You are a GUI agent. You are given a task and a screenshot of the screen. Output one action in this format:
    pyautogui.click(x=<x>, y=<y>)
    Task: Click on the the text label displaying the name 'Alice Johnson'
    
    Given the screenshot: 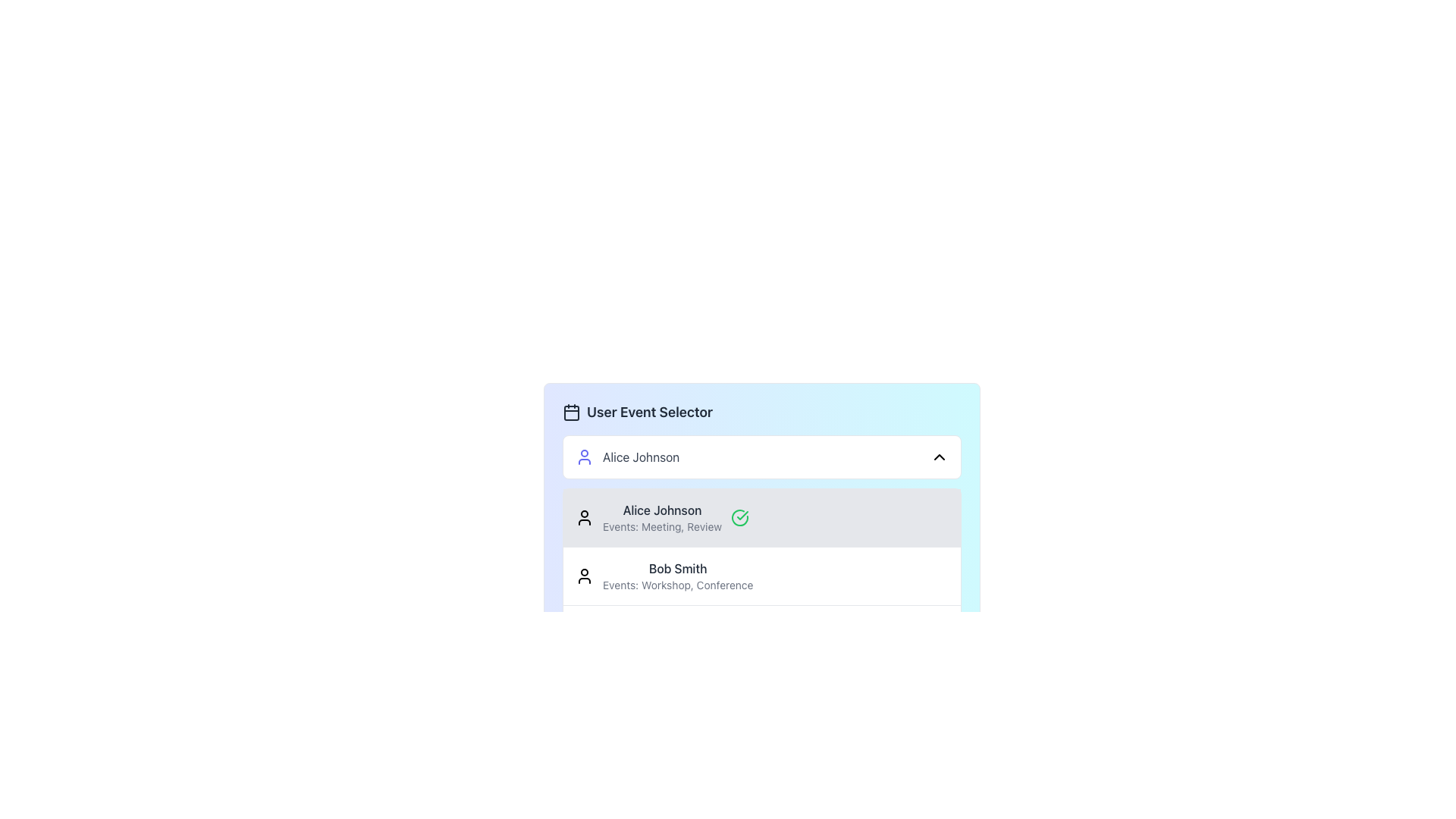 What is the action you would take?
    pyautogui.click(x=662, y=510)
    